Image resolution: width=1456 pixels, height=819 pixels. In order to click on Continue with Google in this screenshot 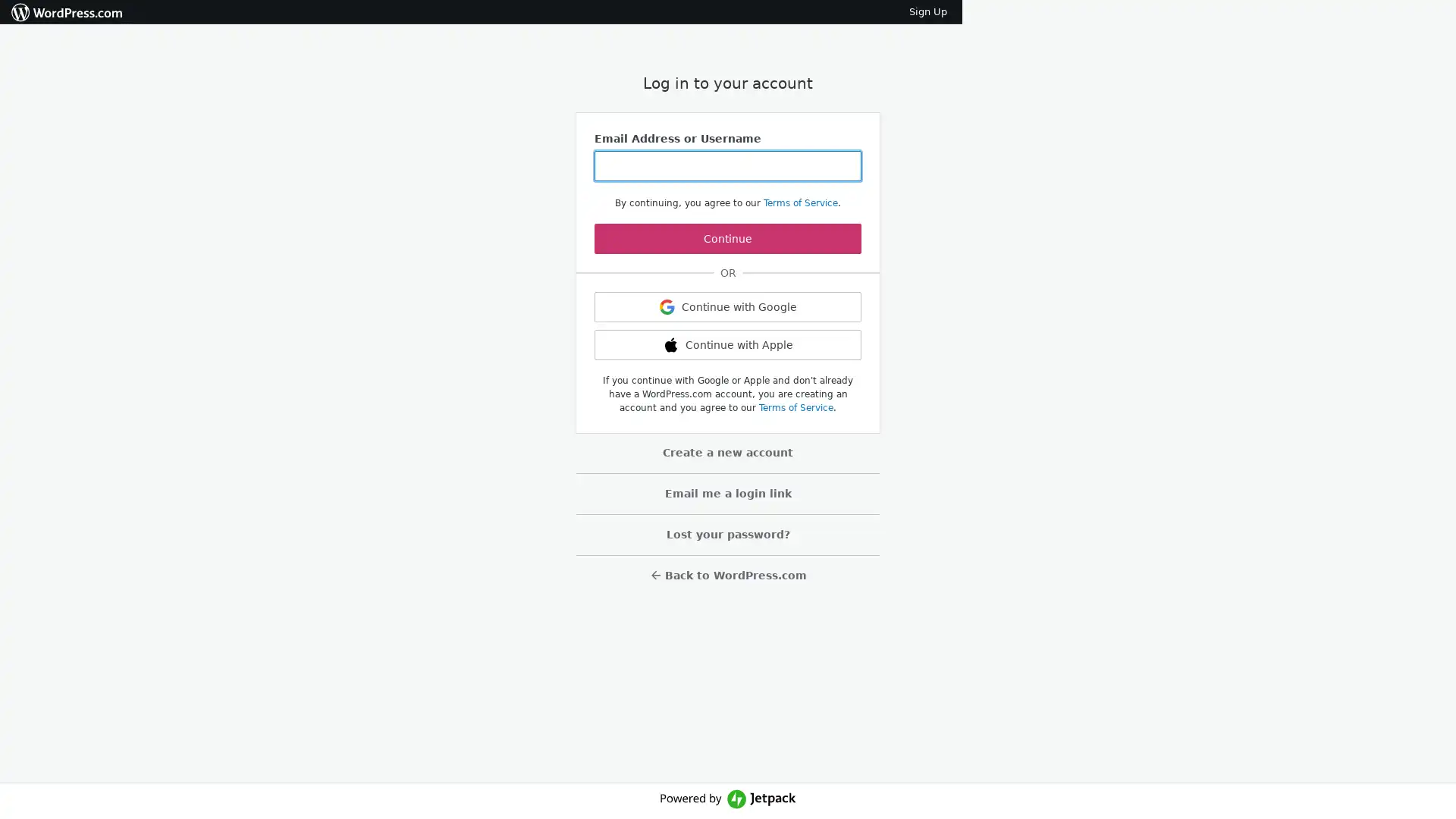, I will do `click(728, 307)`.